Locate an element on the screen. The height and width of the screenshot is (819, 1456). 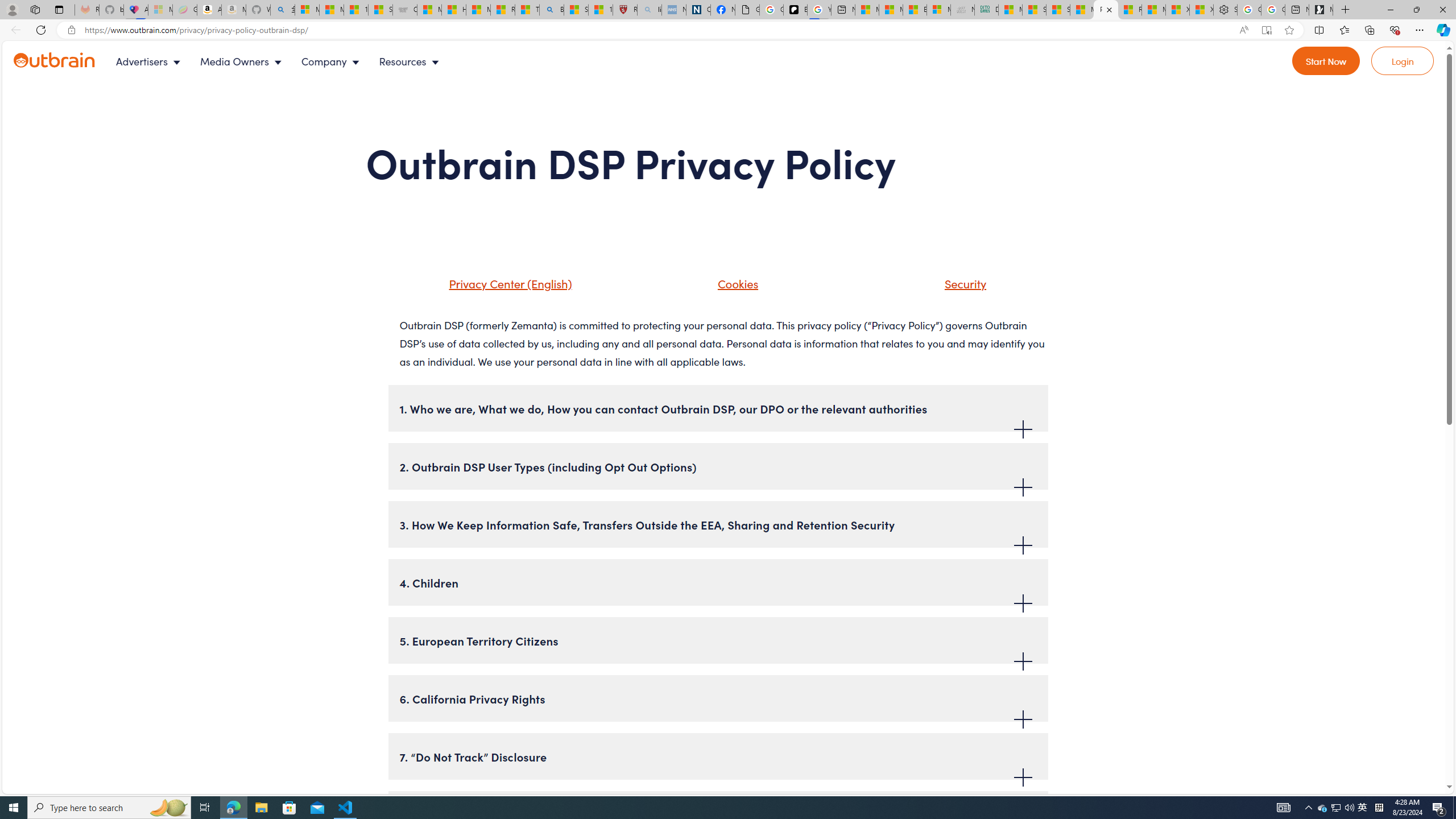
'Media Owners' is located at coordinates (243, 61).